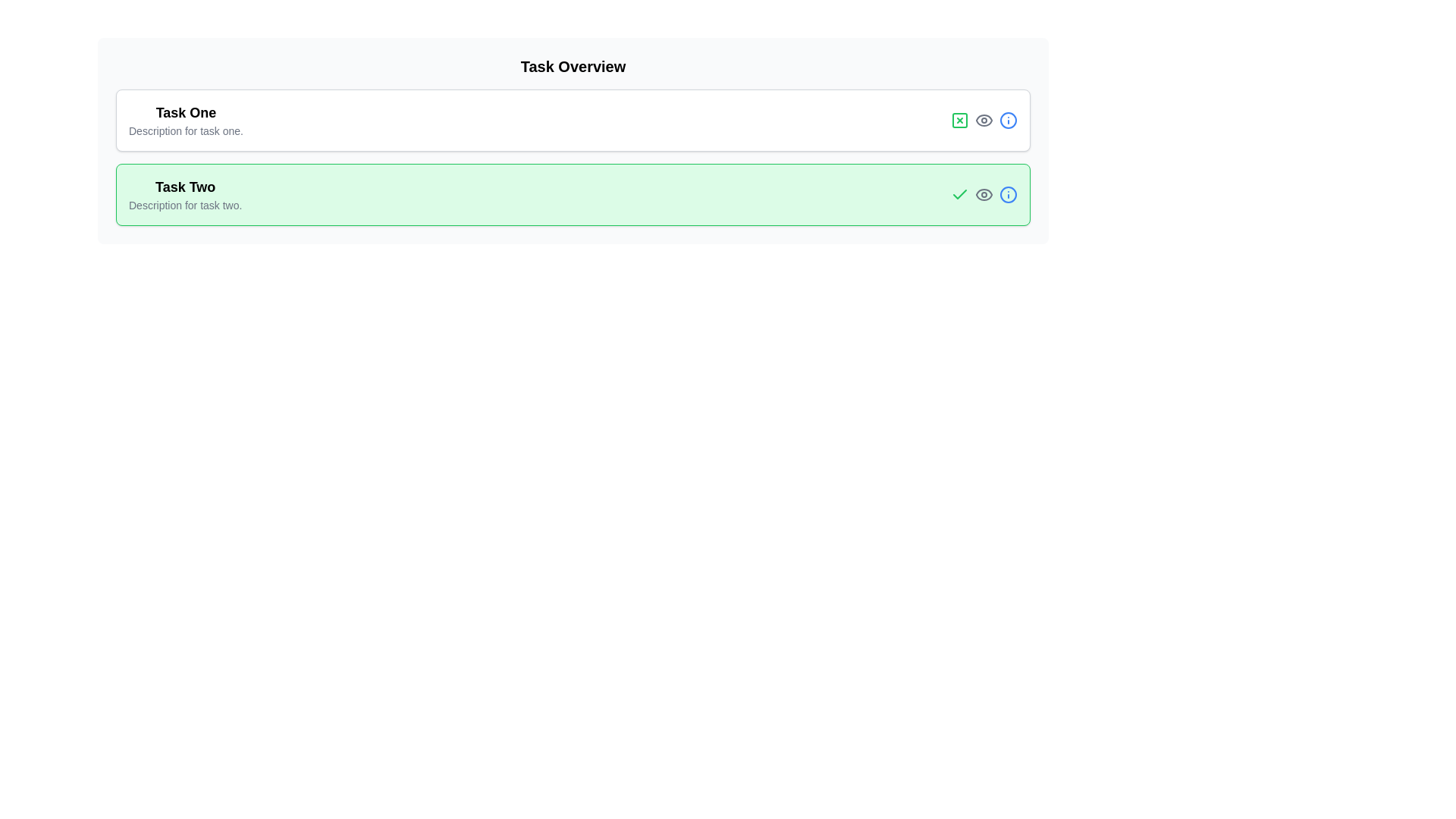 This screenshot has height=819, width=1456. Describe the element at coordinates (984, 119) in the screenshot. I see `the icon group or action menu located on the right side of the 'Task One' section, which is styled with different colors and includes a title and description` at that location.